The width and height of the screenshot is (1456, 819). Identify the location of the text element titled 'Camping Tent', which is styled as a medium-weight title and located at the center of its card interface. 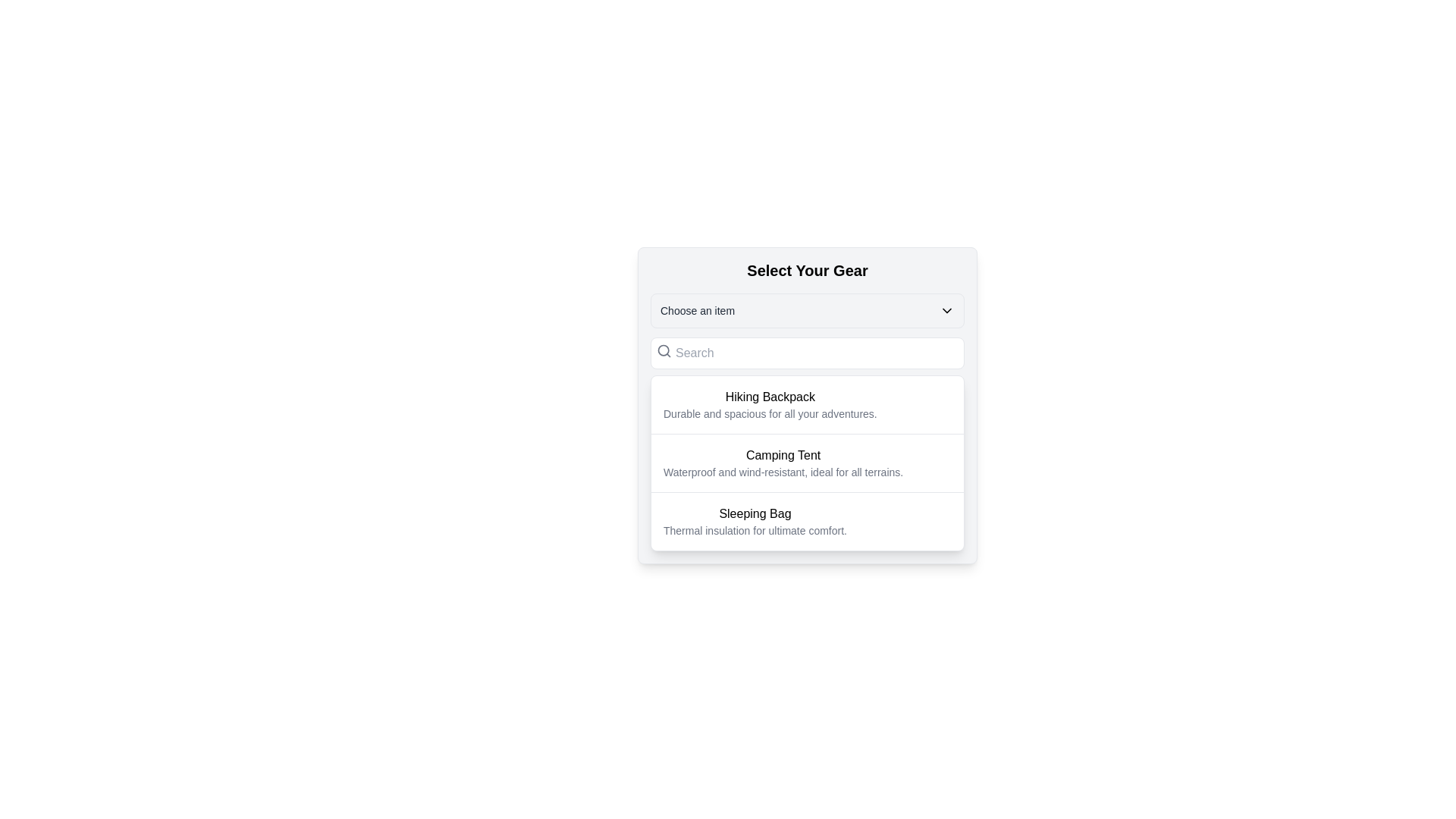
(783, 455).